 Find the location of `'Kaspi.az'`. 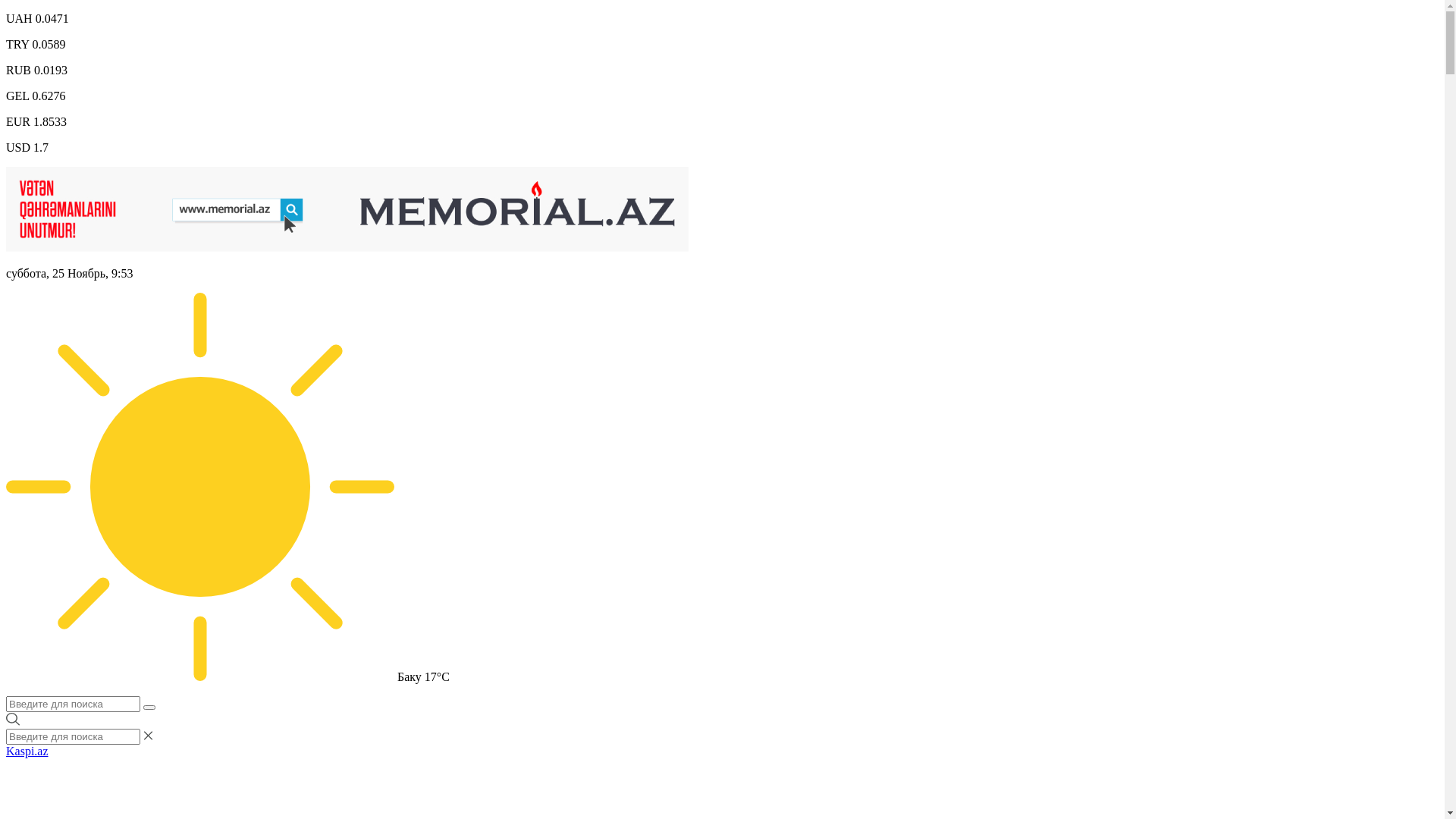

'Kaspi.az' is located at coordinates (27, 751).